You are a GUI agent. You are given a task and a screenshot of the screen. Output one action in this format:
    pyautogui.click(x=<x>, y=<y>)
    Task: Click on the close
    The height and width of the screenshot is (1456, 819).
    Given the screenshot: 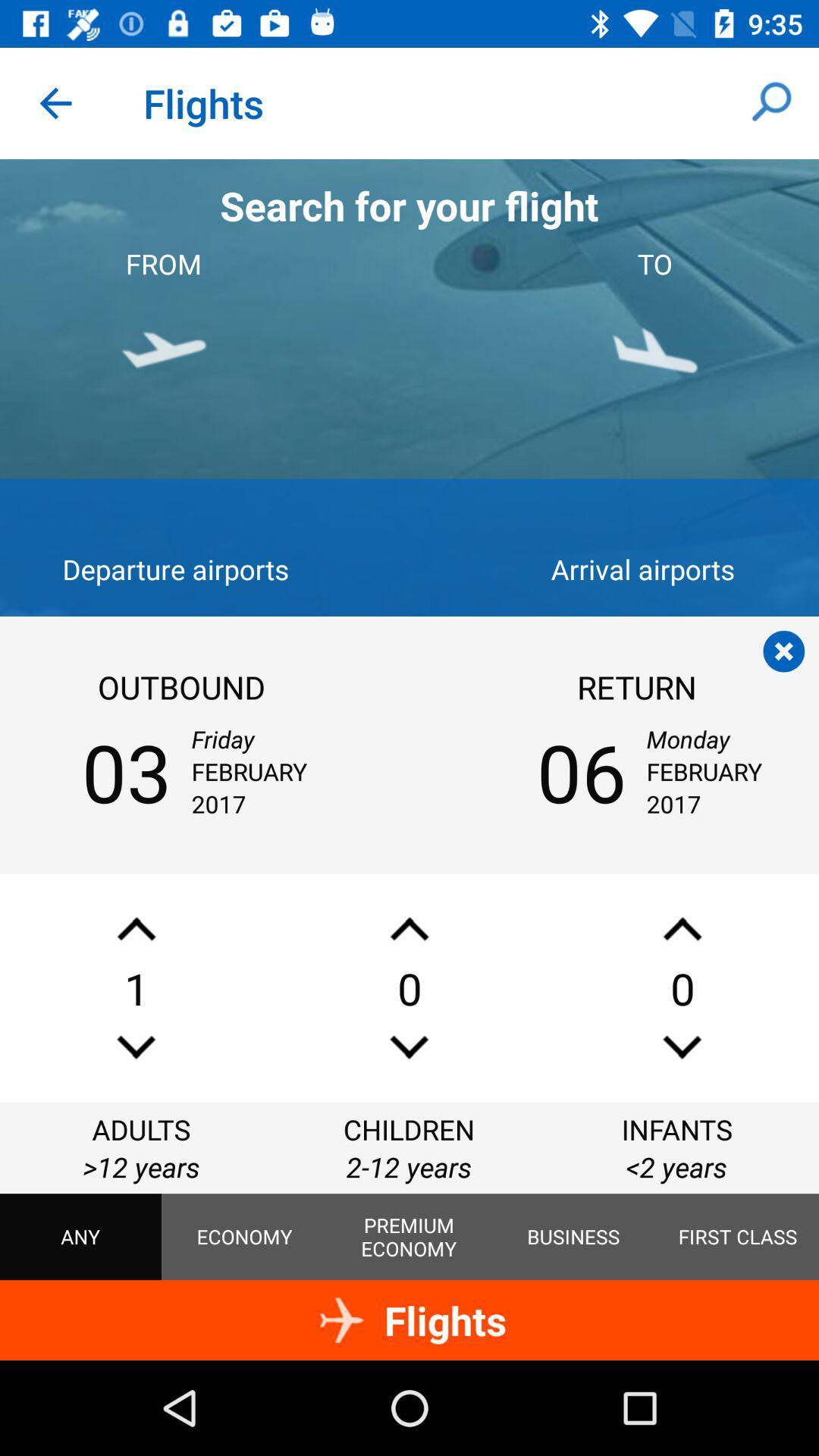 What is the action you would take?
    pyautogui.click(x=783, y=651)
    